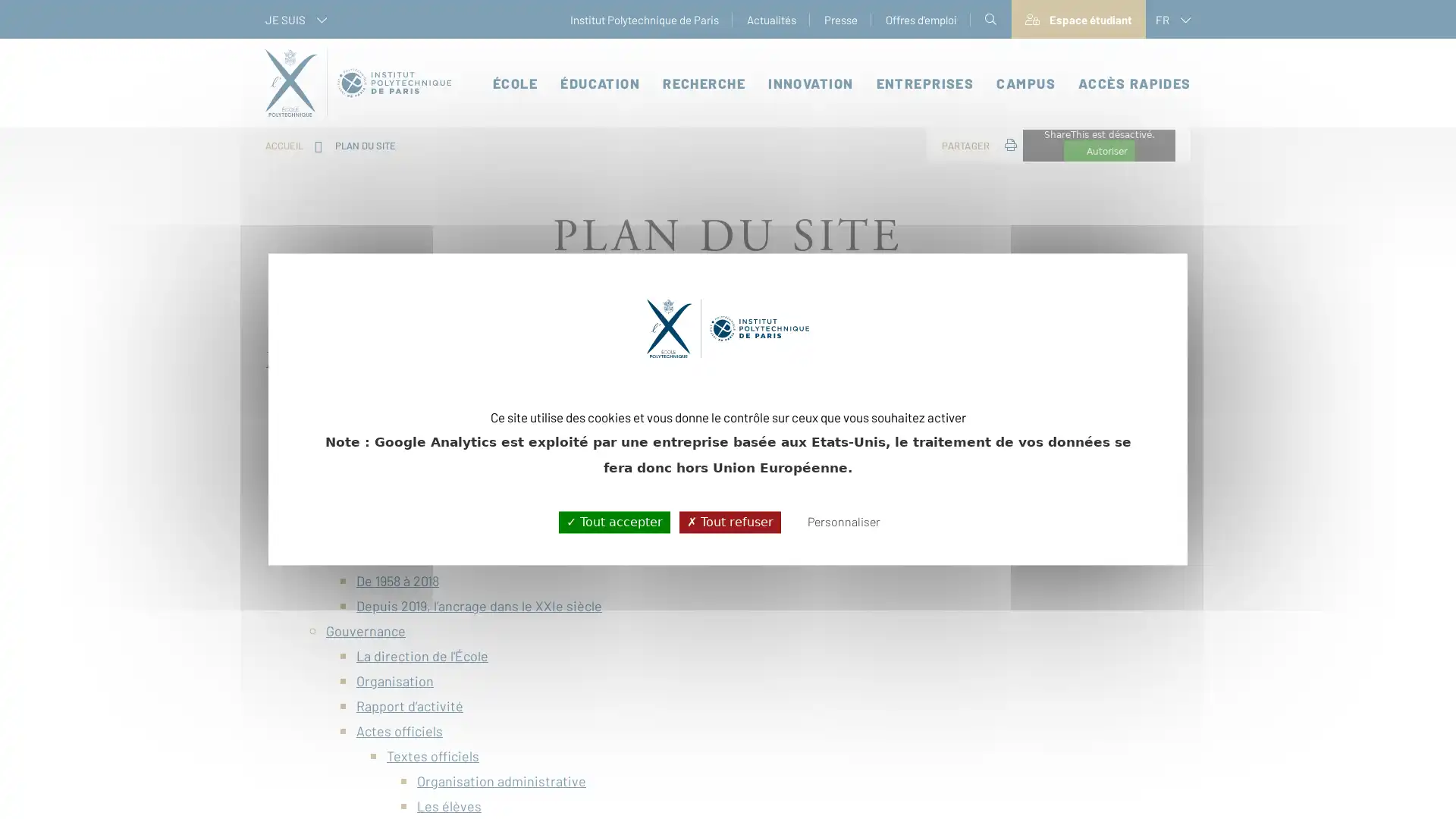 The width and height of the screenshot is (1456, 819). What do you see at coordinates (1099, 151) in the screenshot?
I see `Autoriser` at bounding box center [1099, 151].